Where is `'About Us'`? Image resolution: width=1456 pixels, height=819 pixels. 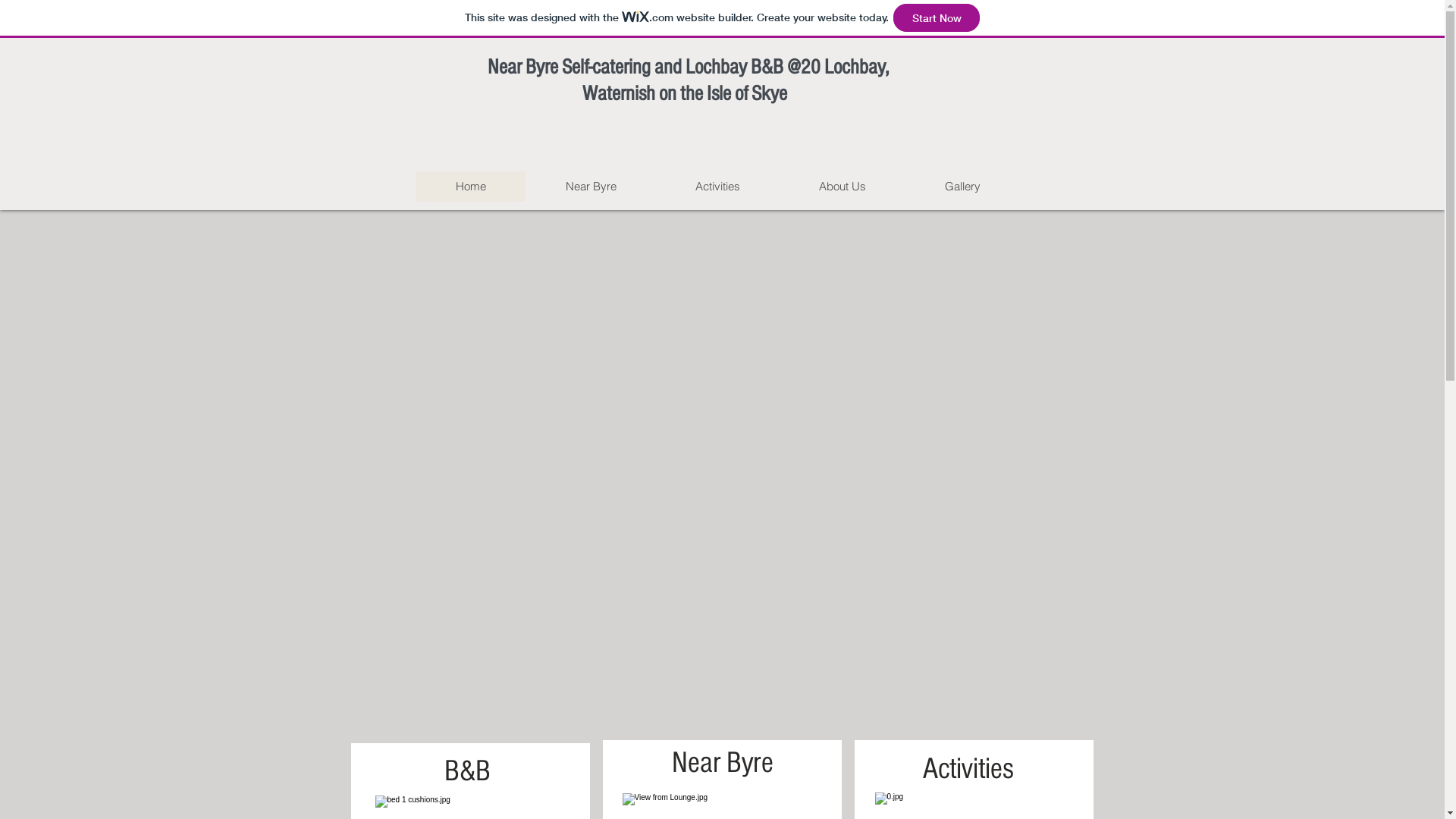 'About Us' is located at coordinates (841, 186).